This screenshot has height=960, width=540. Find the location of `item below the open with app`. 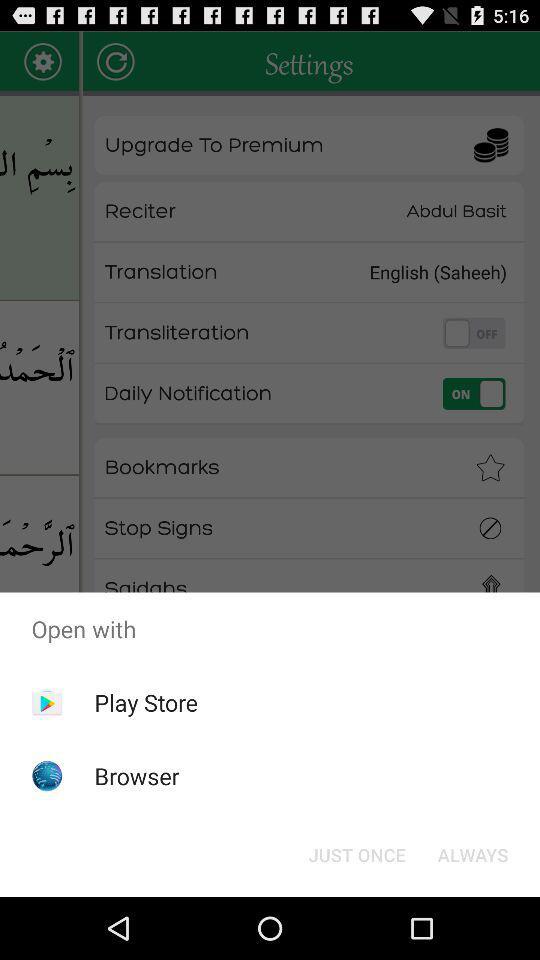

item below the open with app is located at coordinates (145, 702).